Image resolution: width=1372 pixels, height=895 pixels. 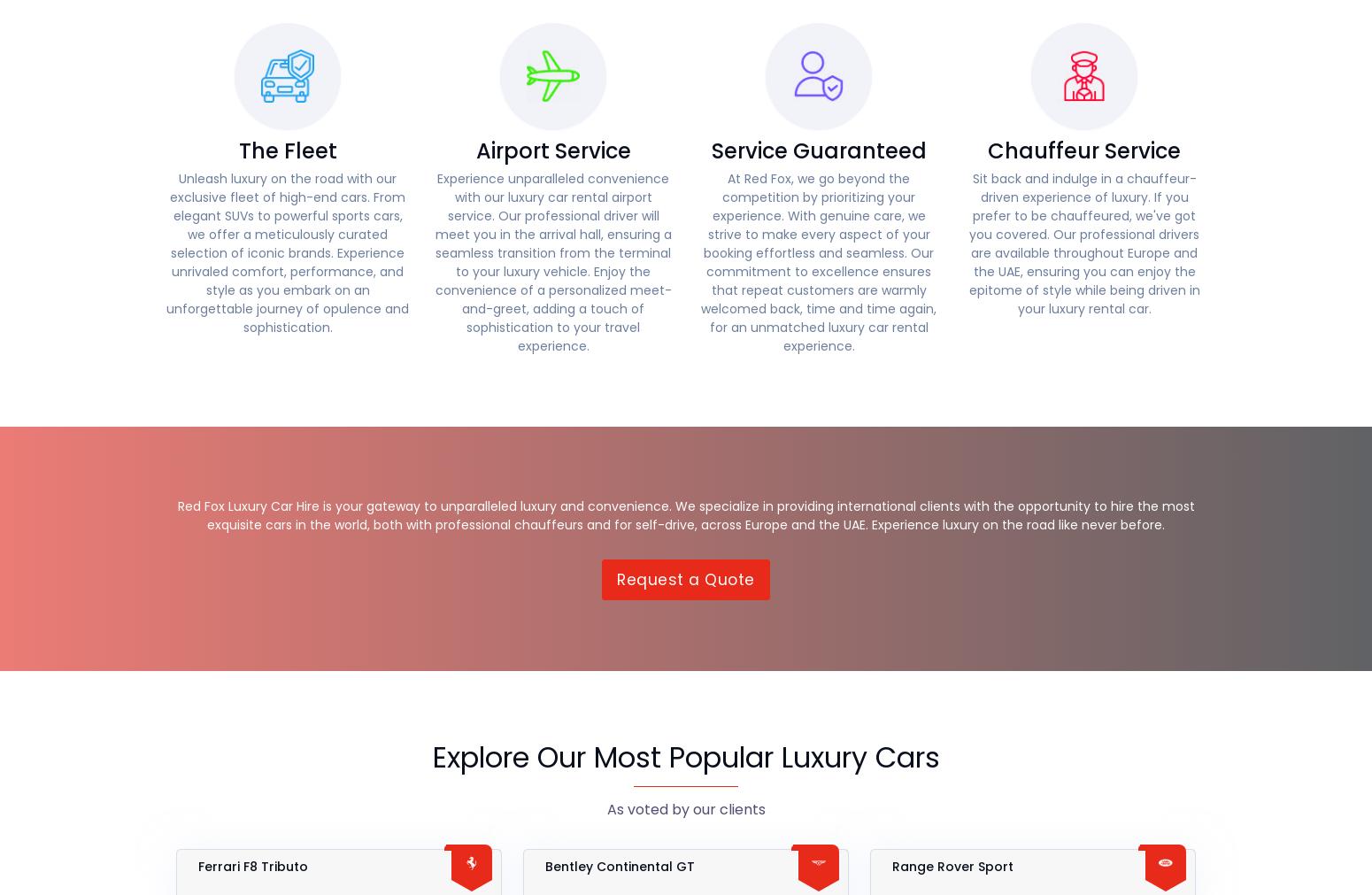 I want to click on 'Experience unparalleled convenience with our luxury car rental airport service. Our professional driver will meet you in the arrival hall, ensuring a seamless transition from the terminal to your luxury vehicle. Enjoy the convenience of a personalized meet-and-greet, adding a touch of sophistication to your travel experience.', so click(x=434, y=261).